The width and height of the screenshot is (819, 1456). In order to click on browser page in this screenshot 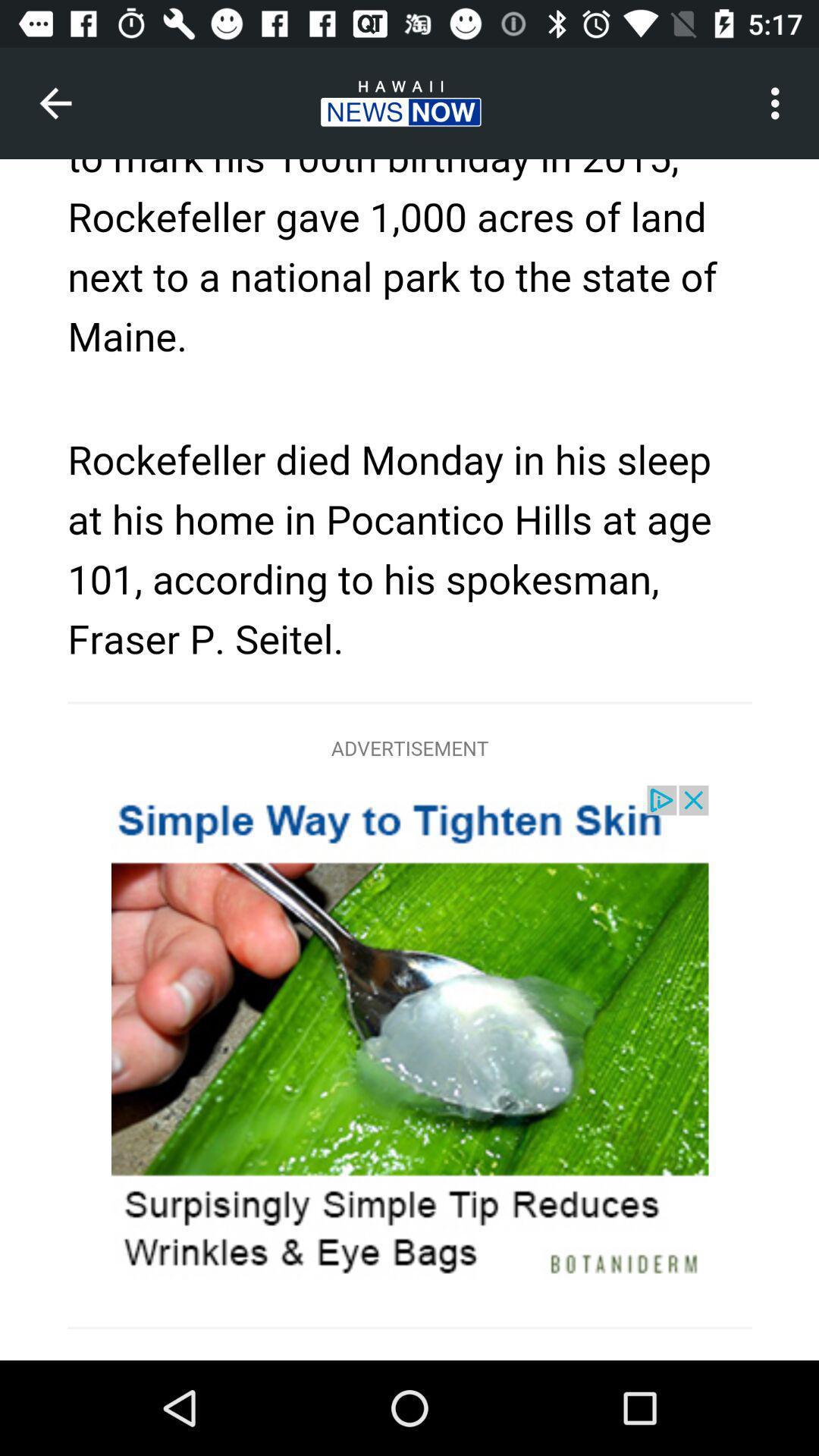, I will do `click(409, 760)`.